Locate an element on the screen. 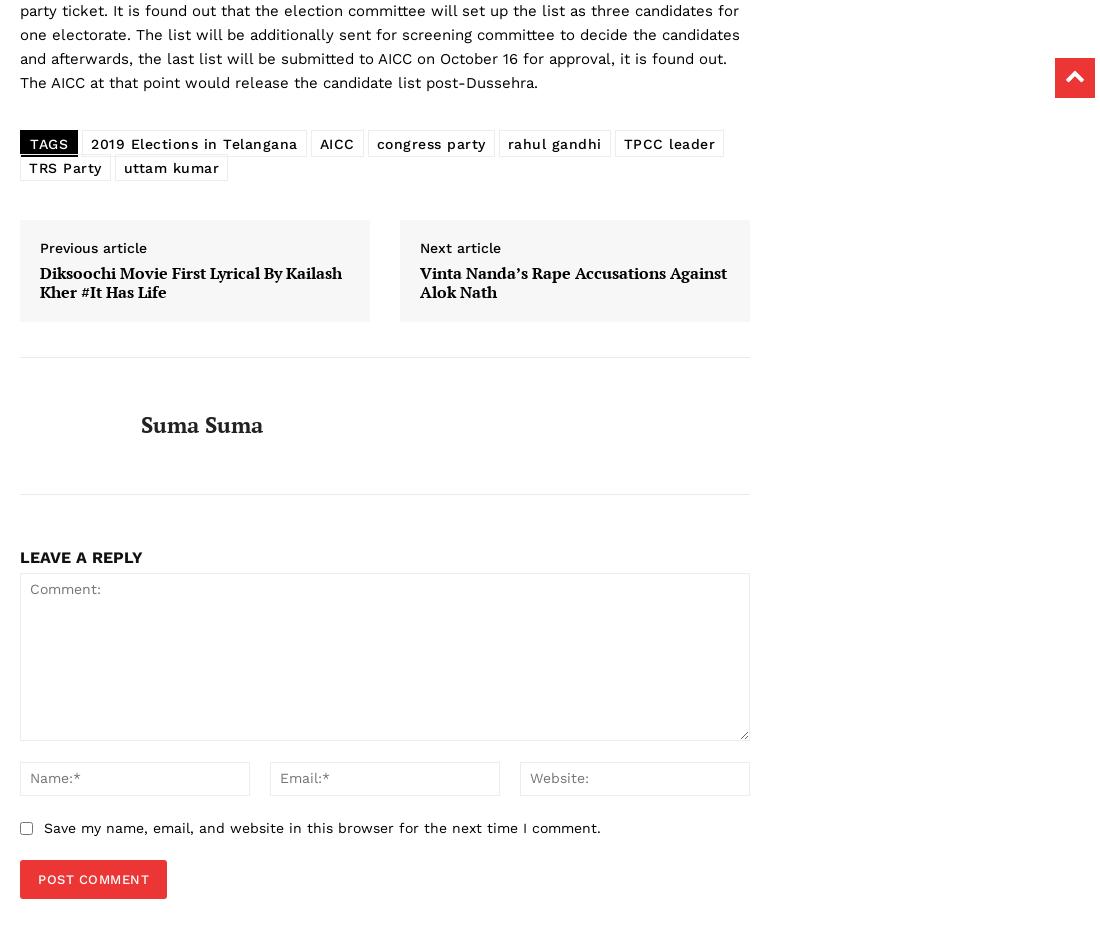 The height and width of the screenshot is (949, 1100). '2019 Elections in Telangana' is located at coordinates (193, 143).